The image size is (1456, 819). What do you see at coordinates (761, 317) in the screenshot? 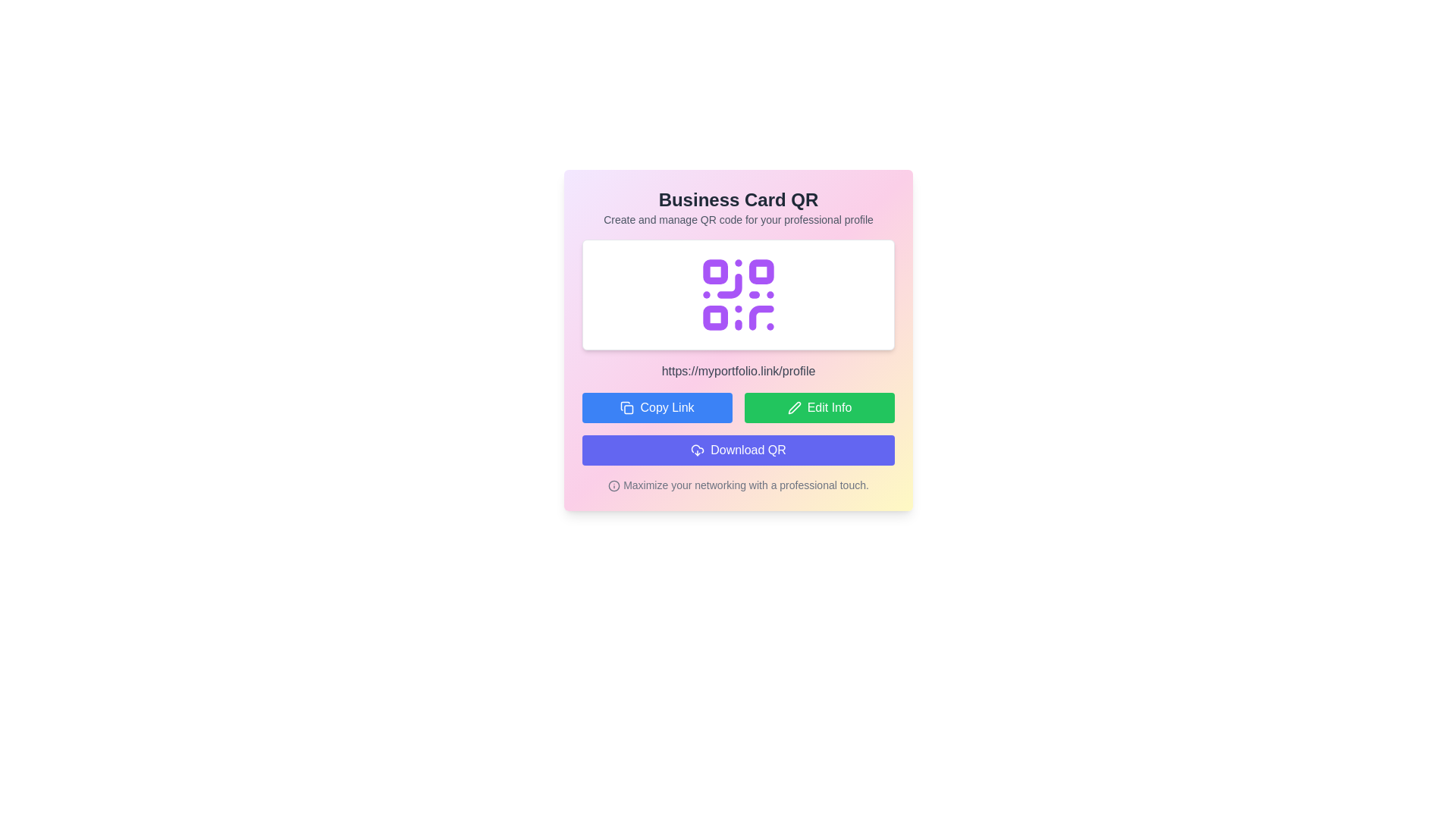
I see `the fourth segment of the purple line element within the QR Code graphic, located towards the right side and slightly lower than the center` at bounding box center [761, 317].